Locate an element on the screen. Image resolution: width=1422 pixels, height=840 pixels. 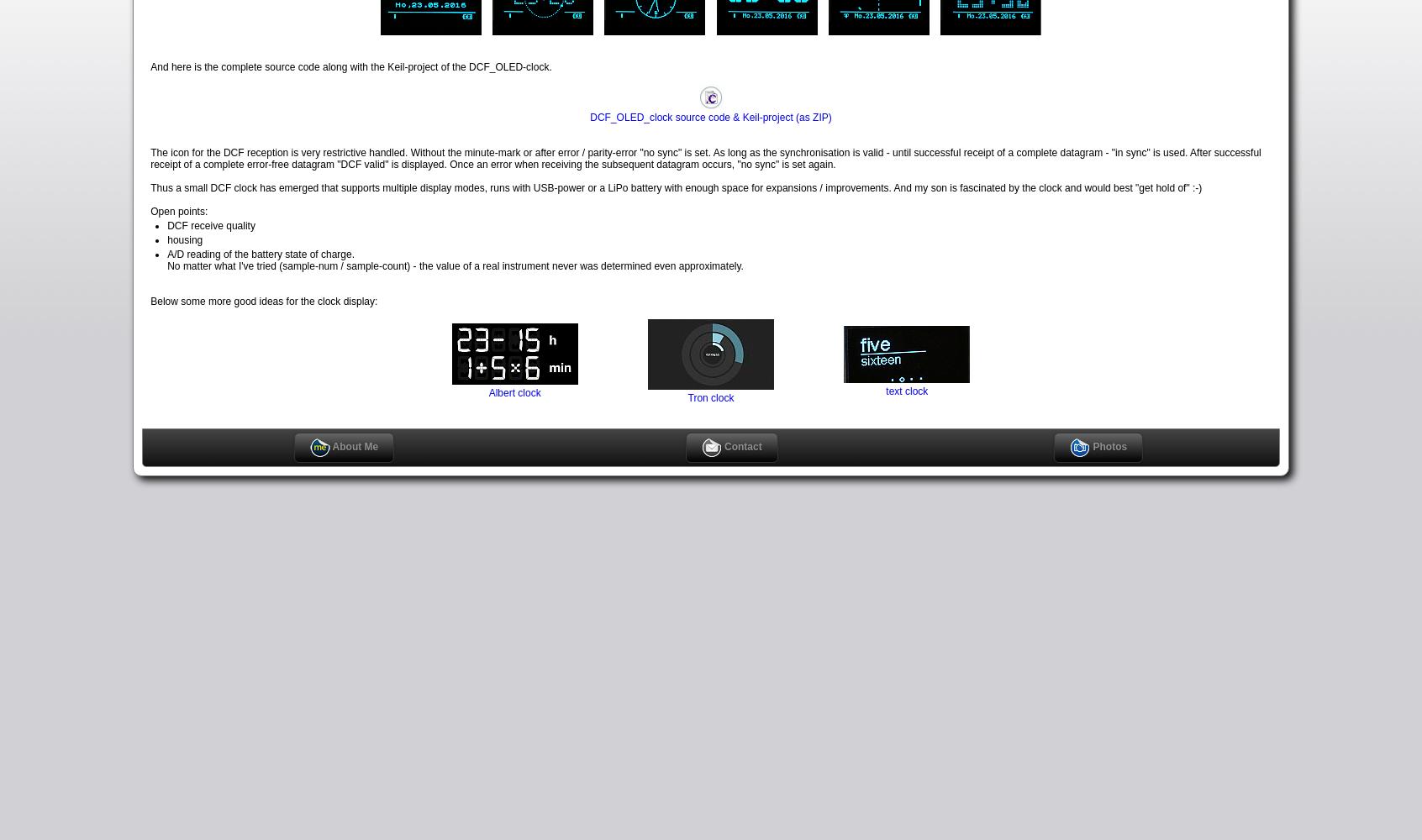
'Below some more good ideas for the clock display:' is located at coordinates (150, 300).